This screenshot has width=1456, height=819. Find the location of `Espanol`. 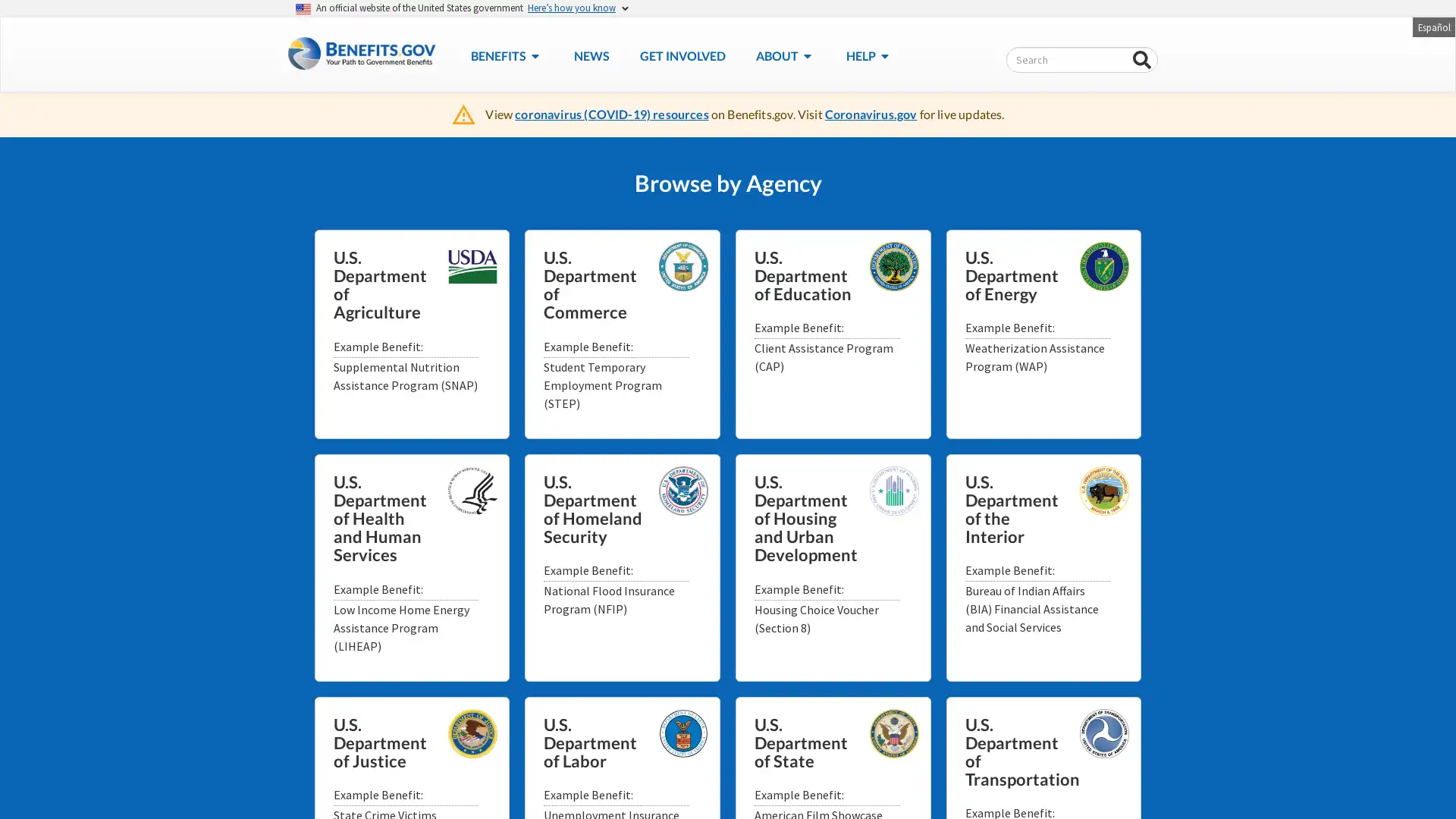

Espanol is located at coordinates (1432, 26).